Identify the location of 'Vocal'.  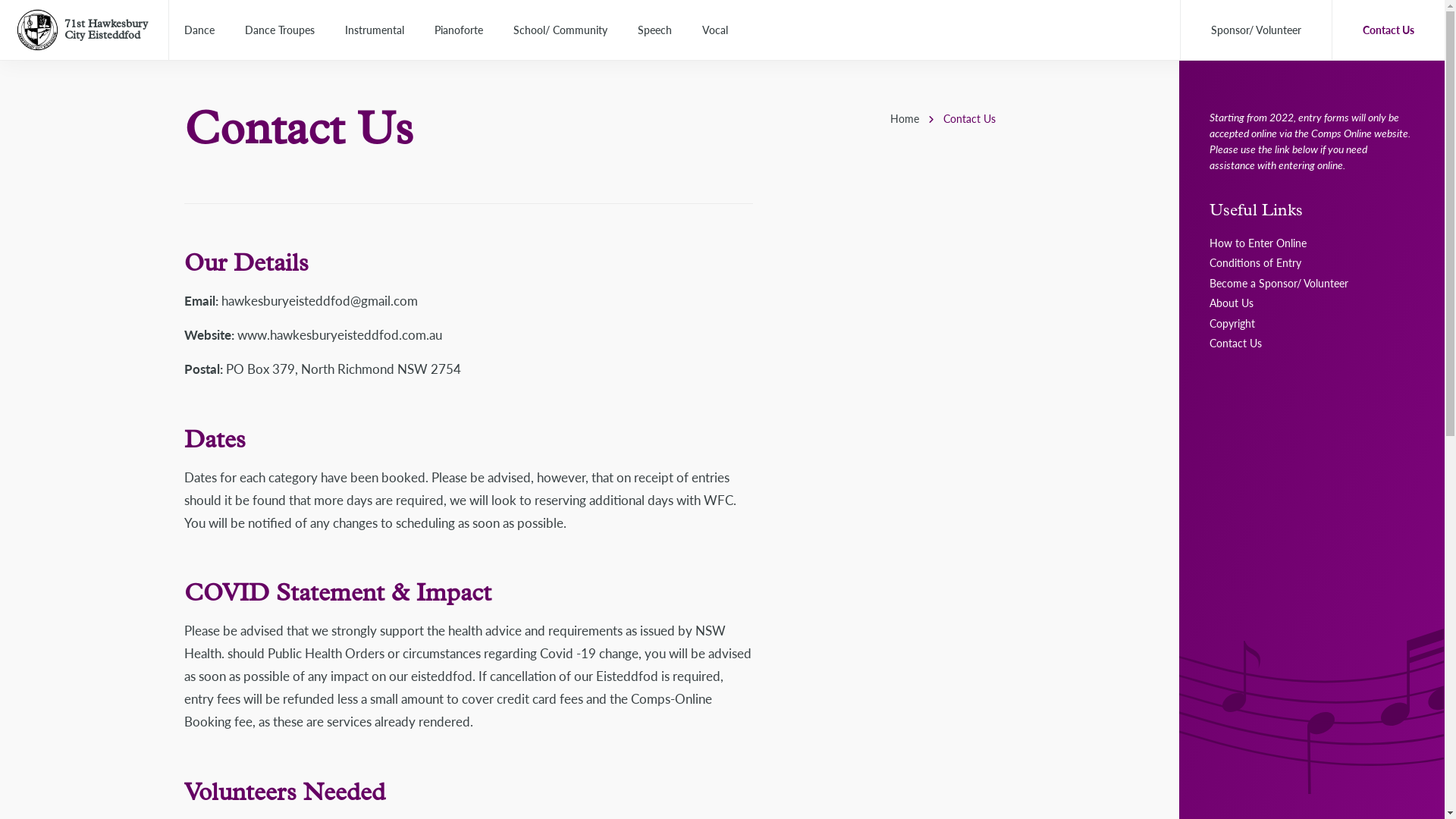
(714, 30).